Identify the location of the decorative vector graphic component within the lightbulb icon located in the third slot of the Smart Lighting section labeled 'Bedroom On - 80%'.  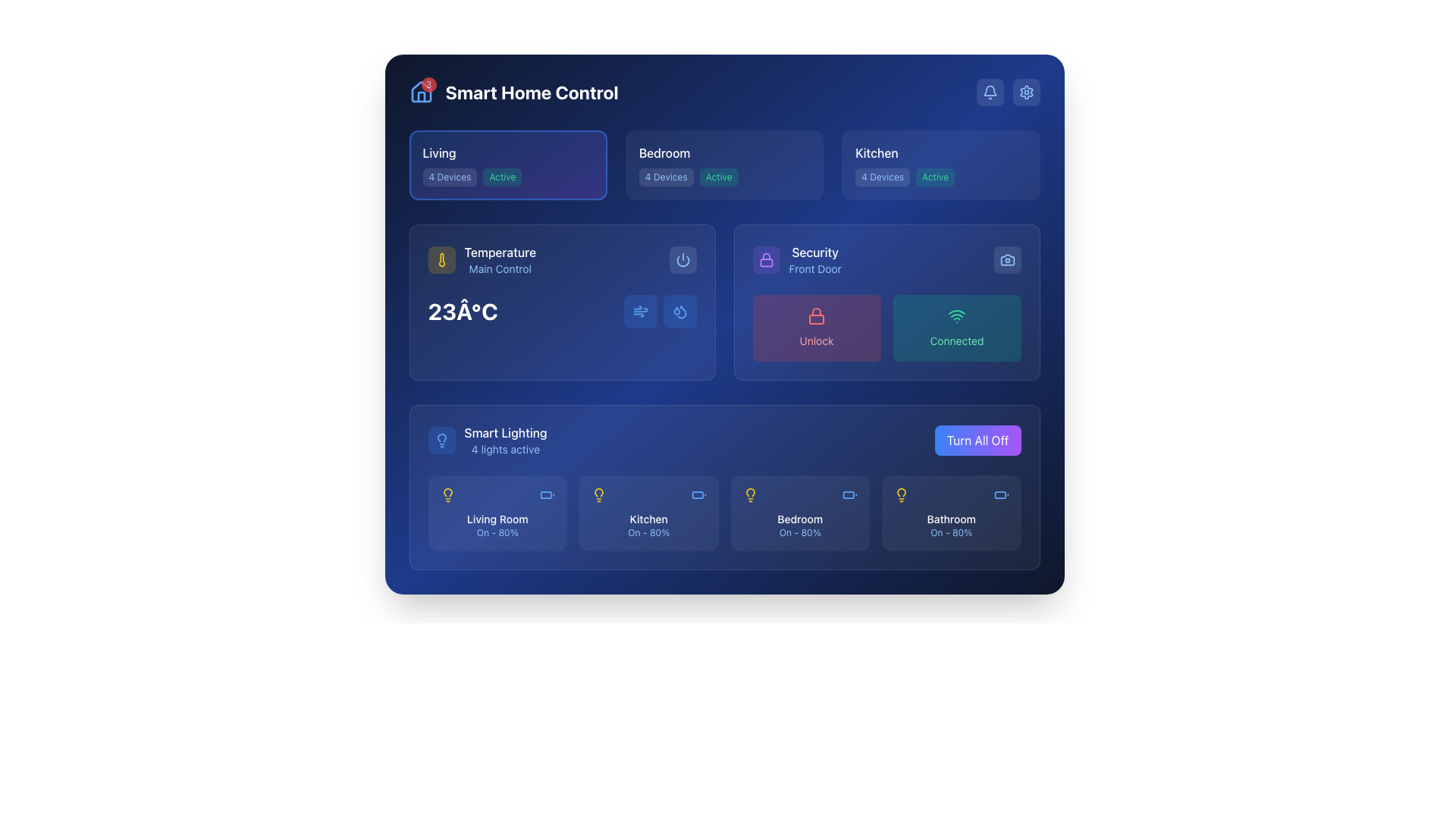
(750, 492).